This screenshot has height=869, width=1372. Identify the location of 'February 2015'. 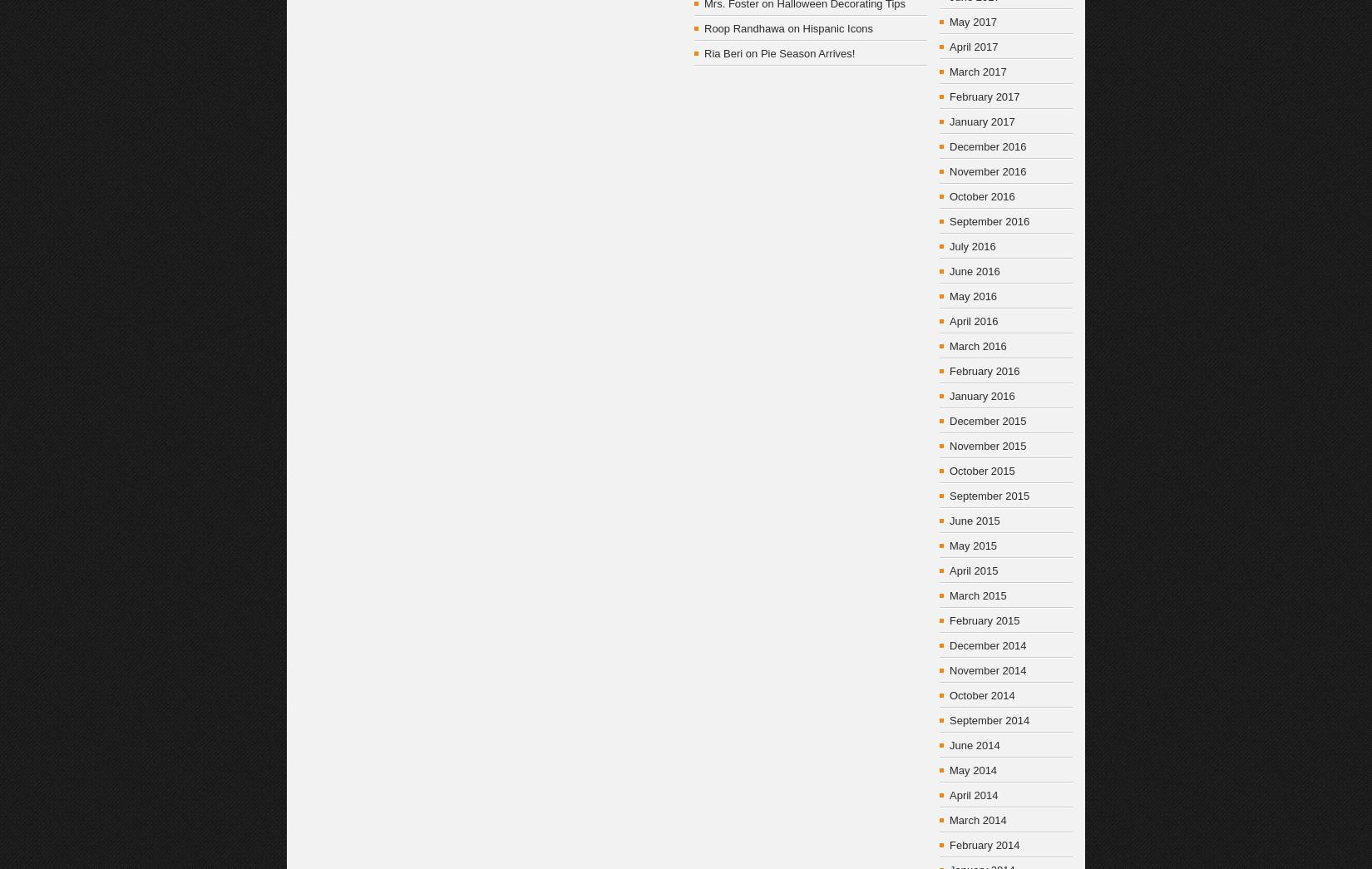
(985, 620).